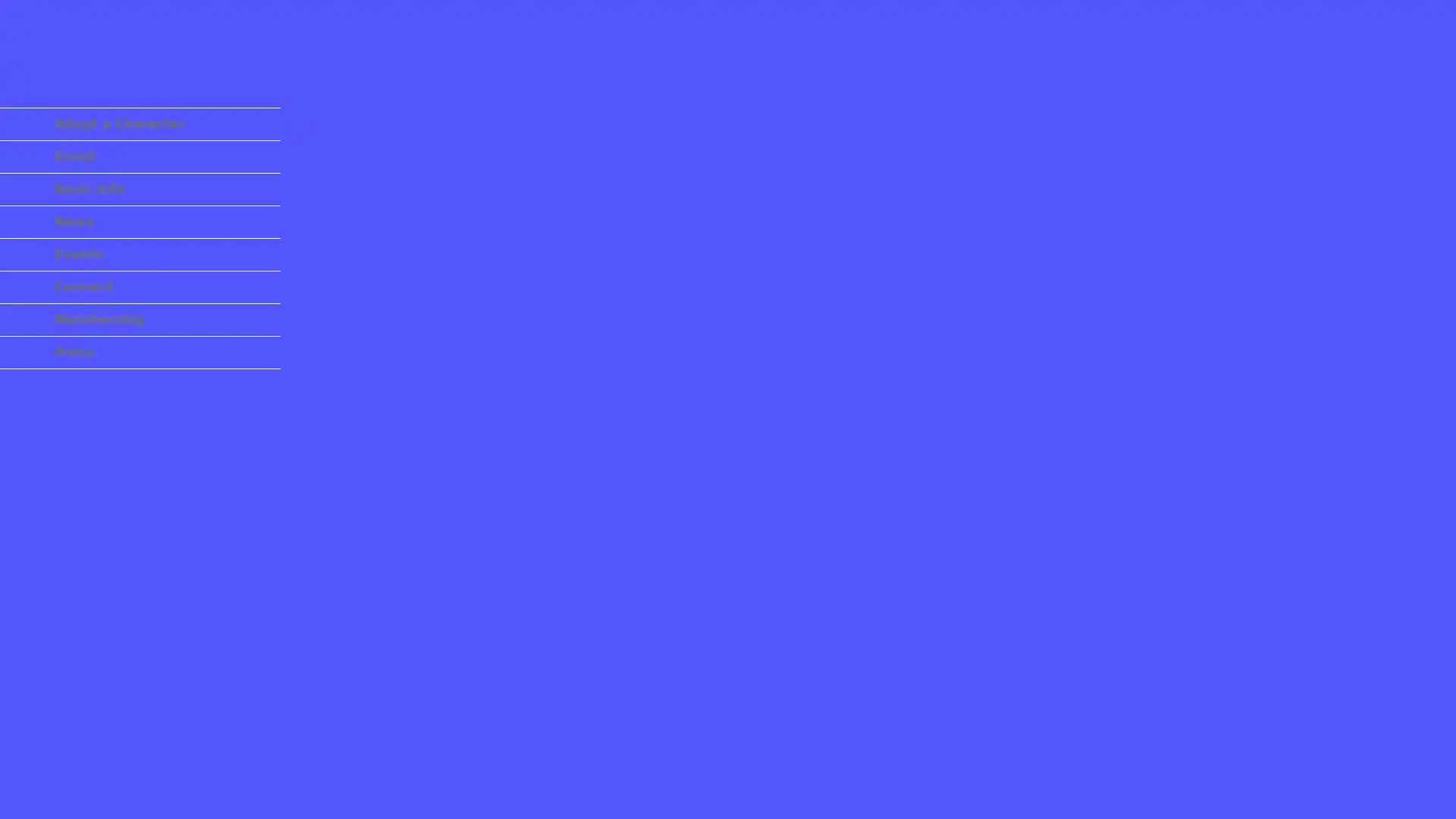 The image size is (1456, 819). I want to click on U+0918, so click(1164, 412).